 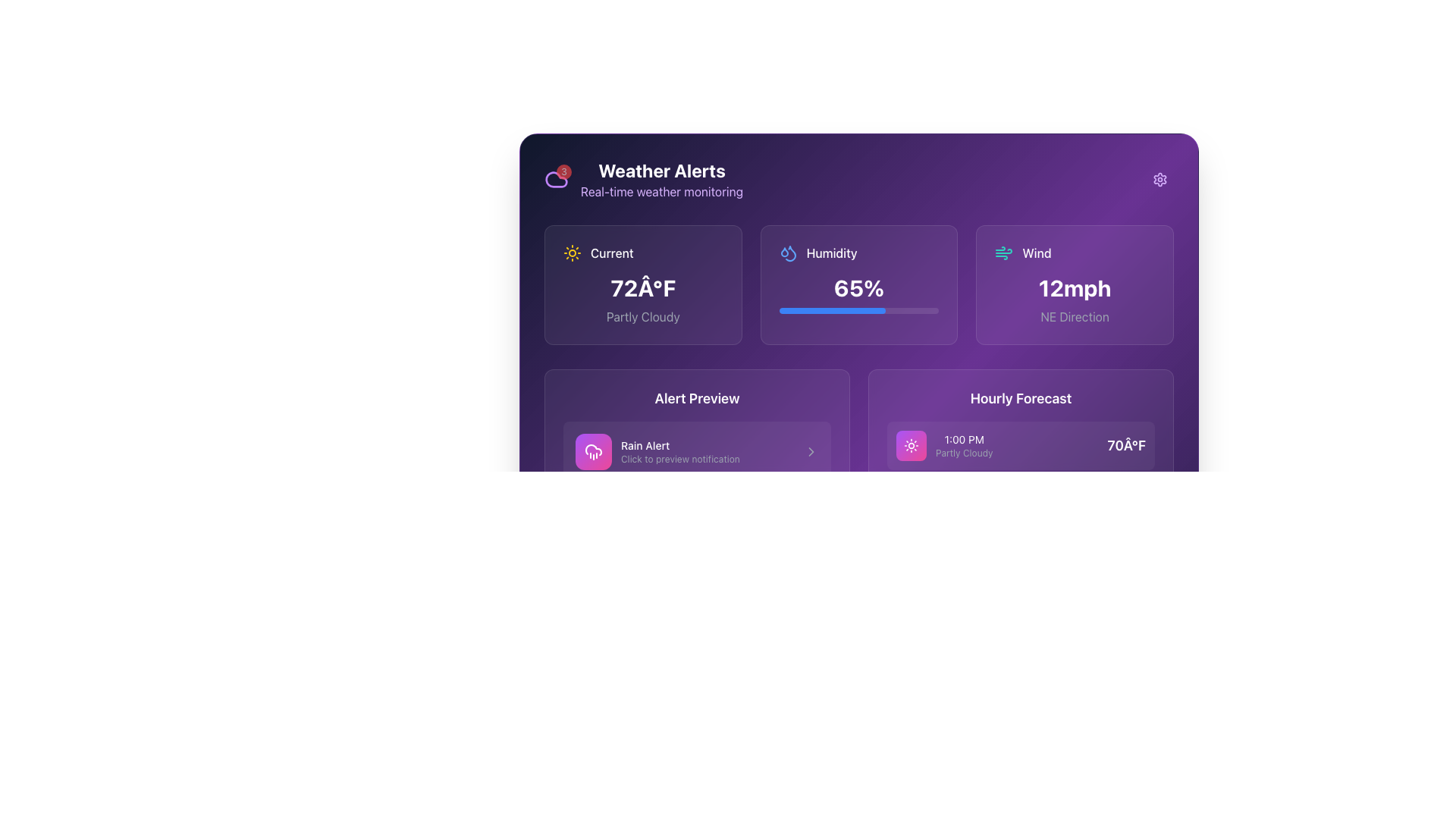 I want to click on the ProgressBar located within the 'Humidity' card of the dashboard interface, situated at the bottom part of the card, directly below the text '65%', so click(x=858, y=309).